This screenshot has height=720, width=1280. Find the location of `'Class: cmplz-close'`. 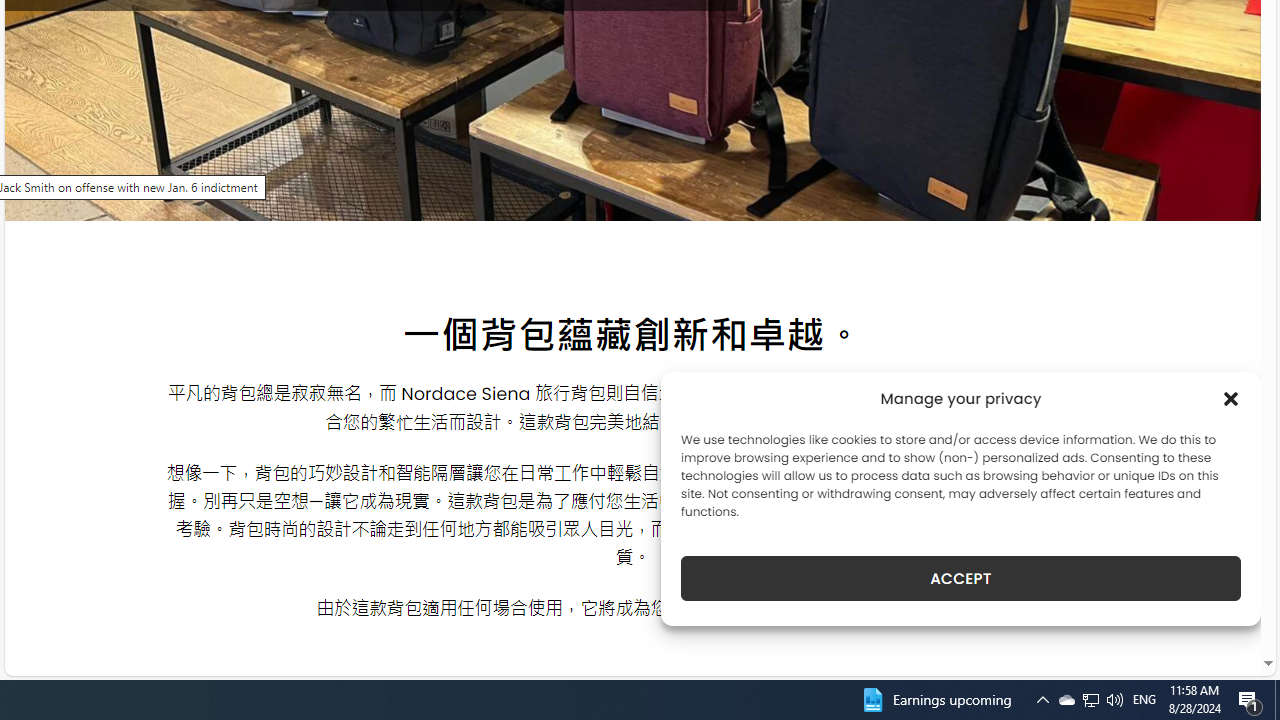

'Class: cmplz-close' is located at coordinates (1230, 398).